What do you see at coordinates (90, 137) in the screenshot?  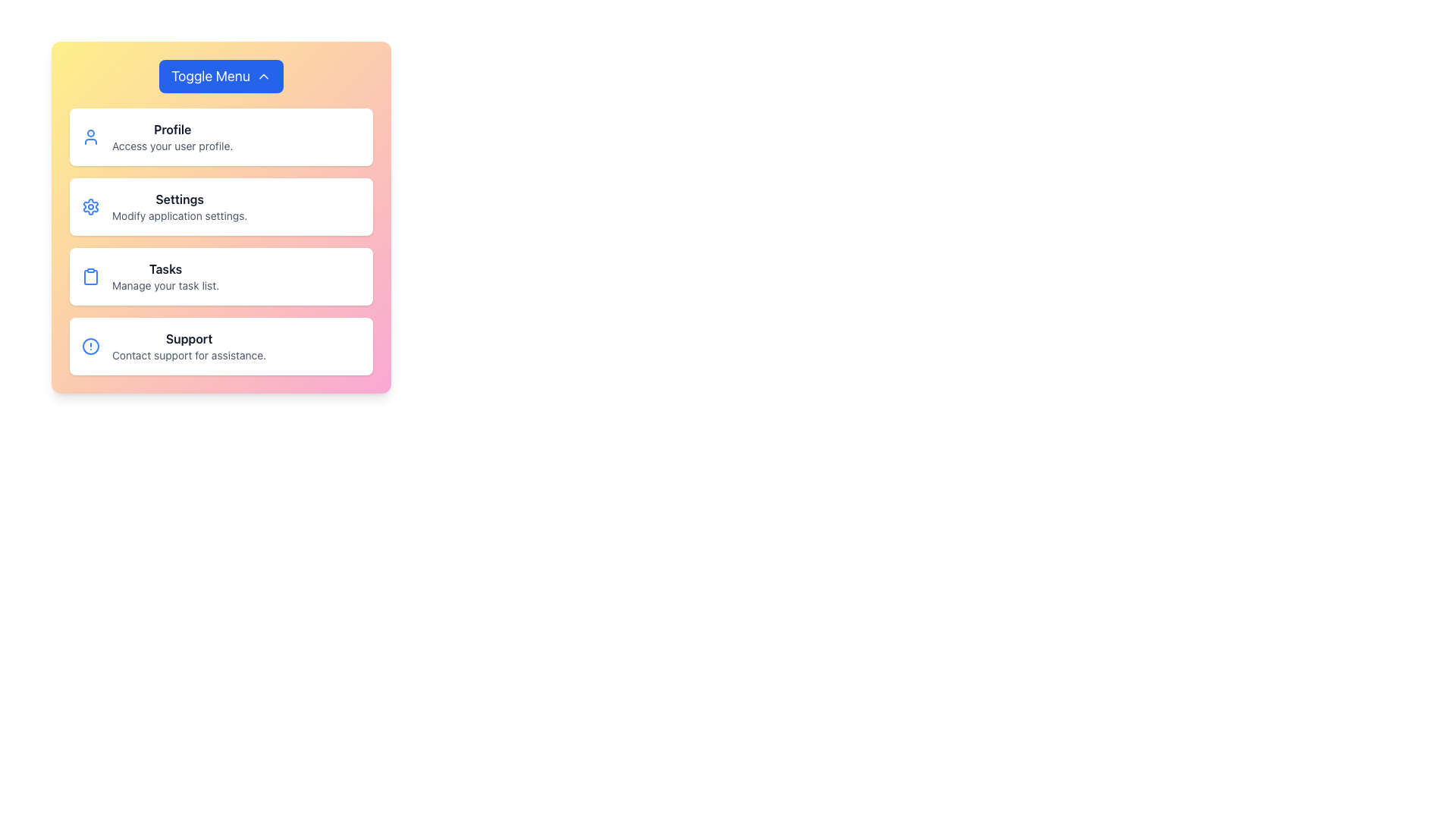 I see `the user icon SVG graphic, which is located to the far left of the 'Profile' button in the vertical list of options` at bounding box center [90, 137].